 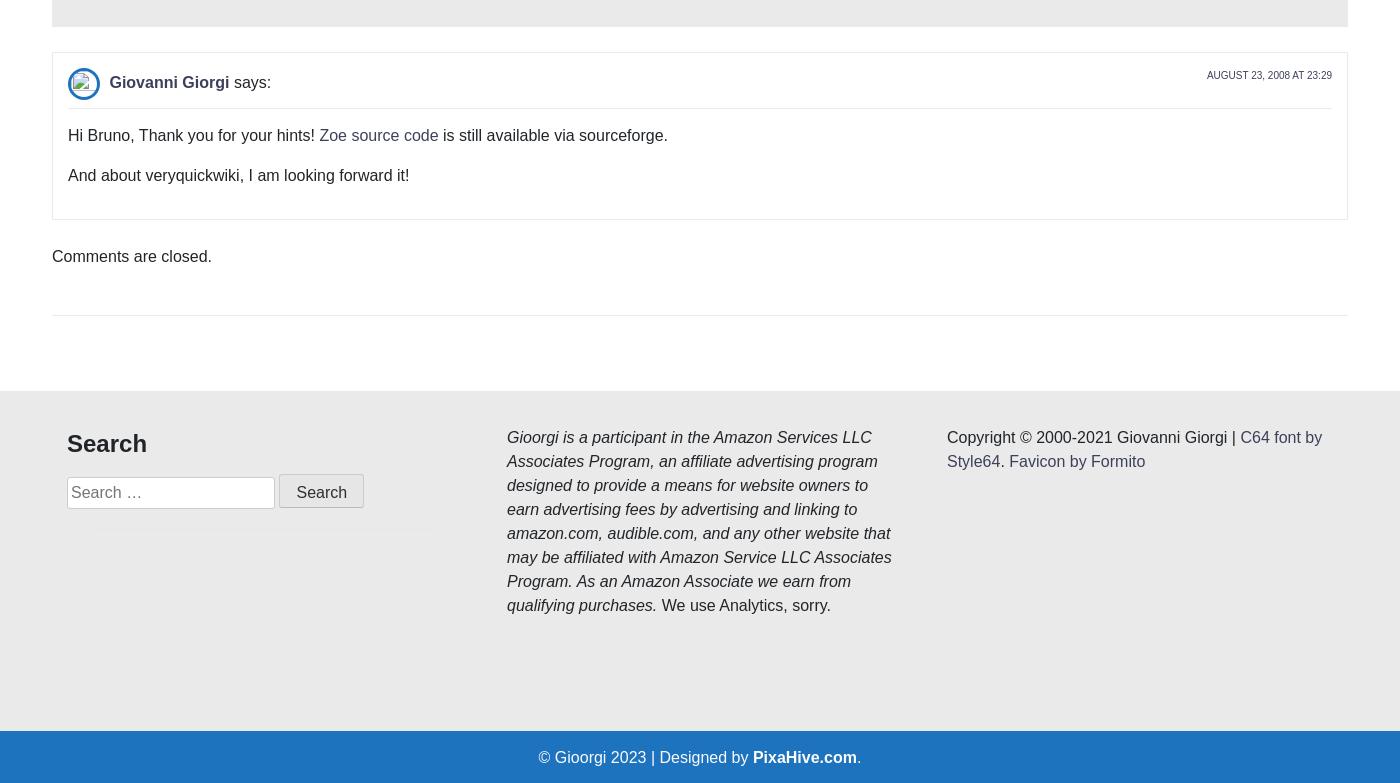 I want to click on '©  Gioorgi 2023', so click(x=594, y=457).